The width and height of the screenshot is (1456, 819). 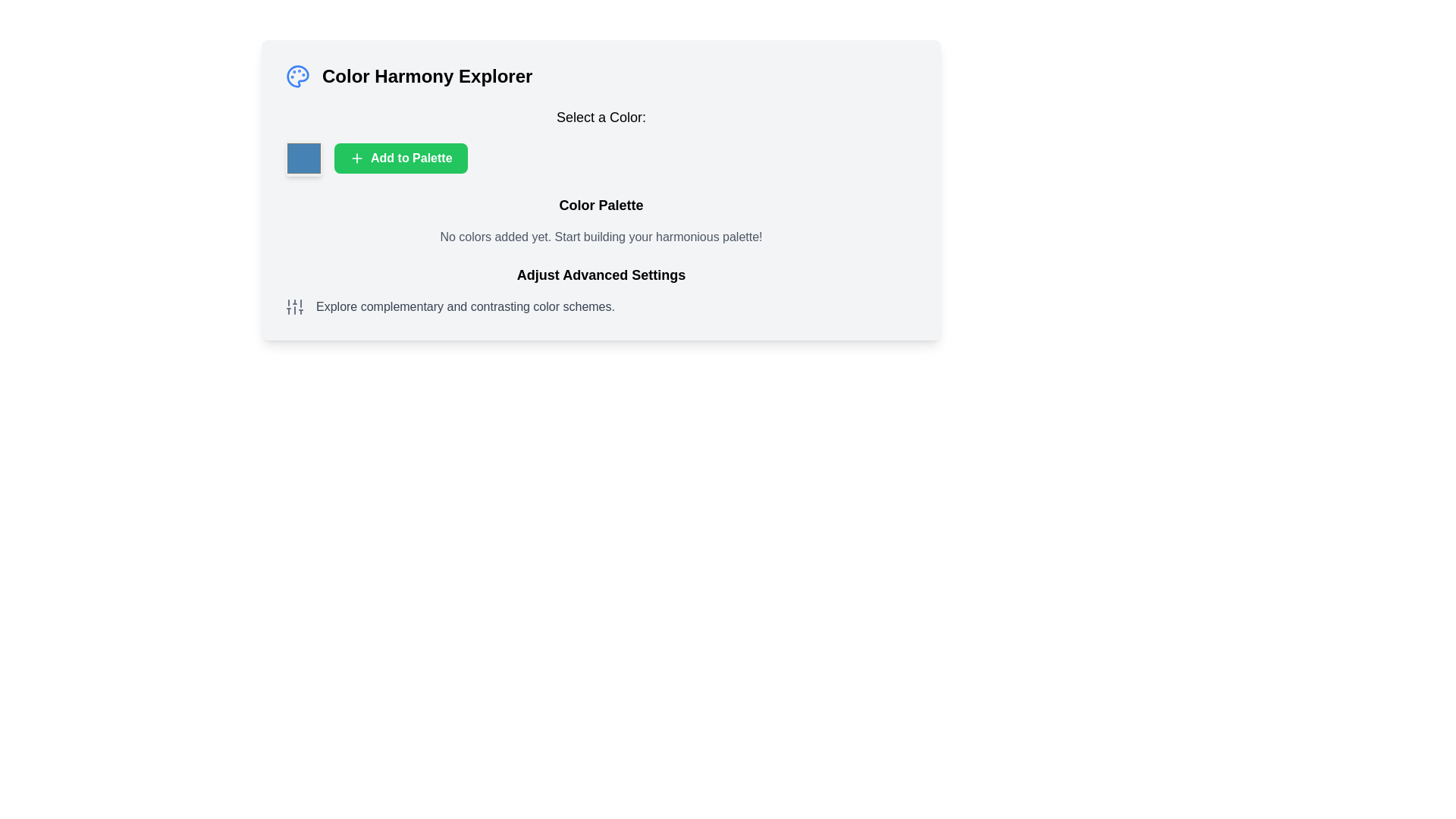 What do you see at coordinates (298, 76) in the screenshot?
I see `the palette icon located in the top-left quadrant of the interface, adjacent to the 'Color Harmony Explorer' text` at bounding box center [298, 76].